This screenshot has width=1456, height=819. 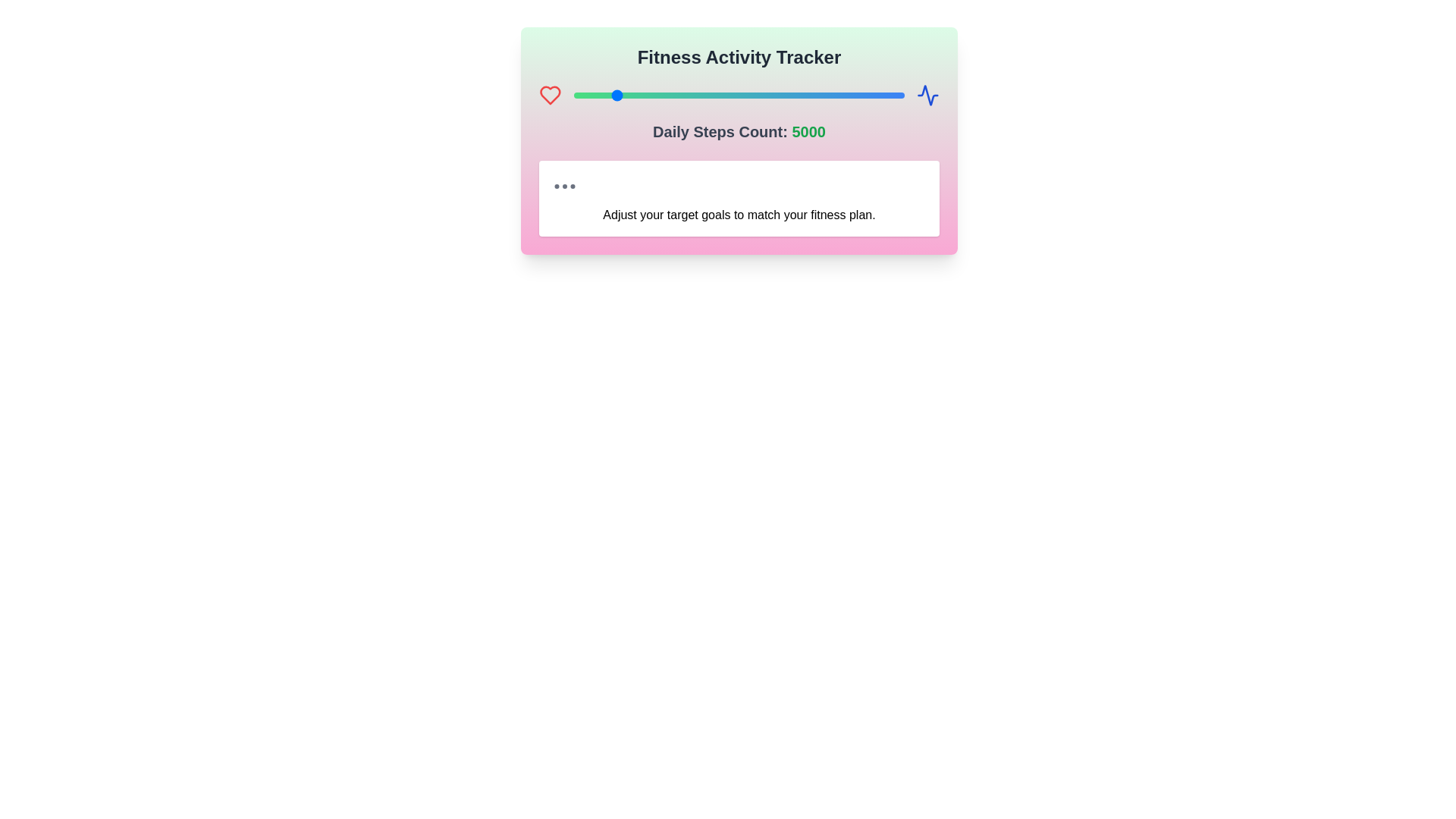 I want to click on the steps count to 14756 using the slider, so click(x=802, y=96).